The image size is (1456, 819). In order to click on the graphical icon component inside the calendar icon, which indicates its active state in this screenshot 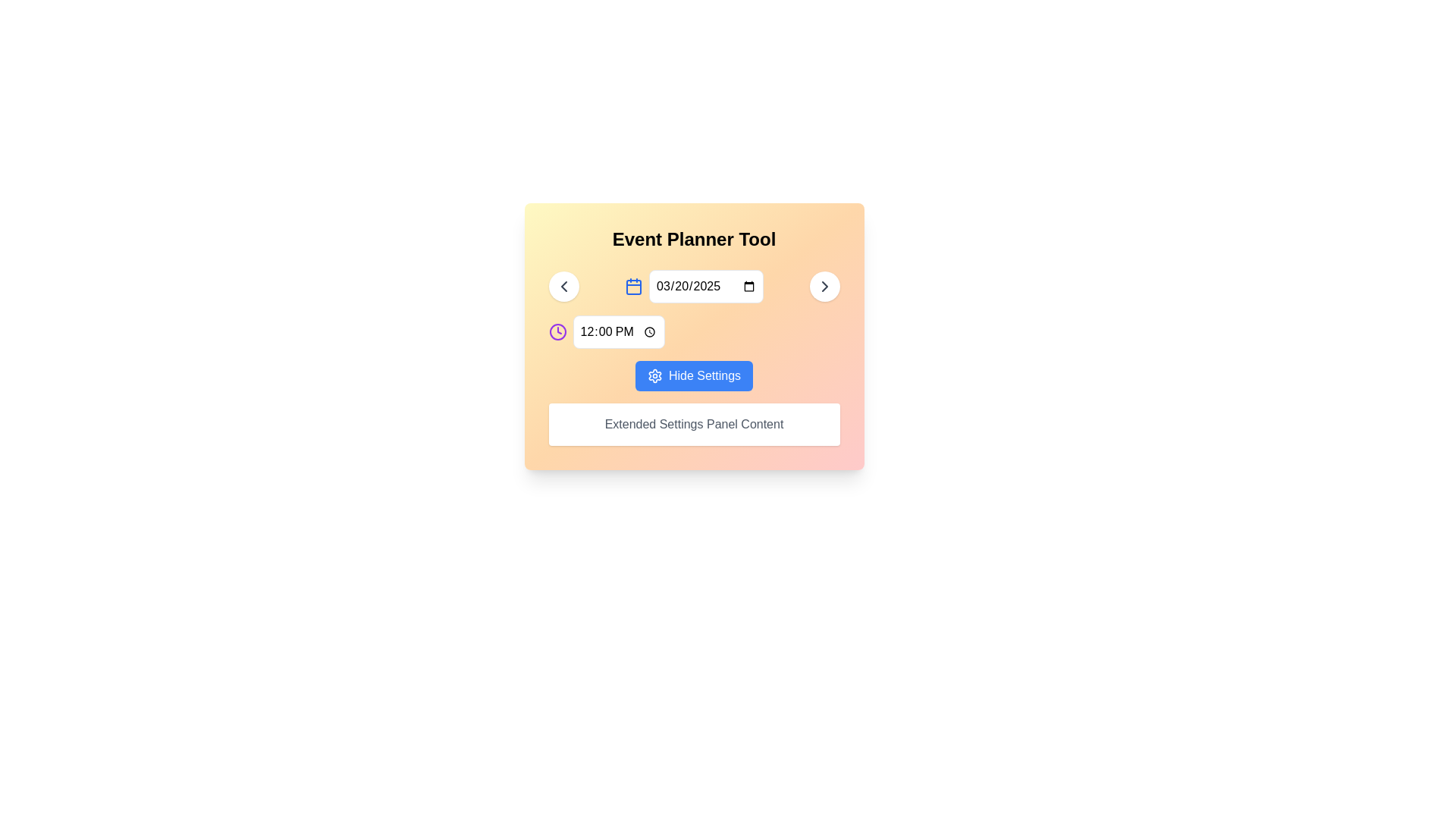, I will do `click(633, 287)`.